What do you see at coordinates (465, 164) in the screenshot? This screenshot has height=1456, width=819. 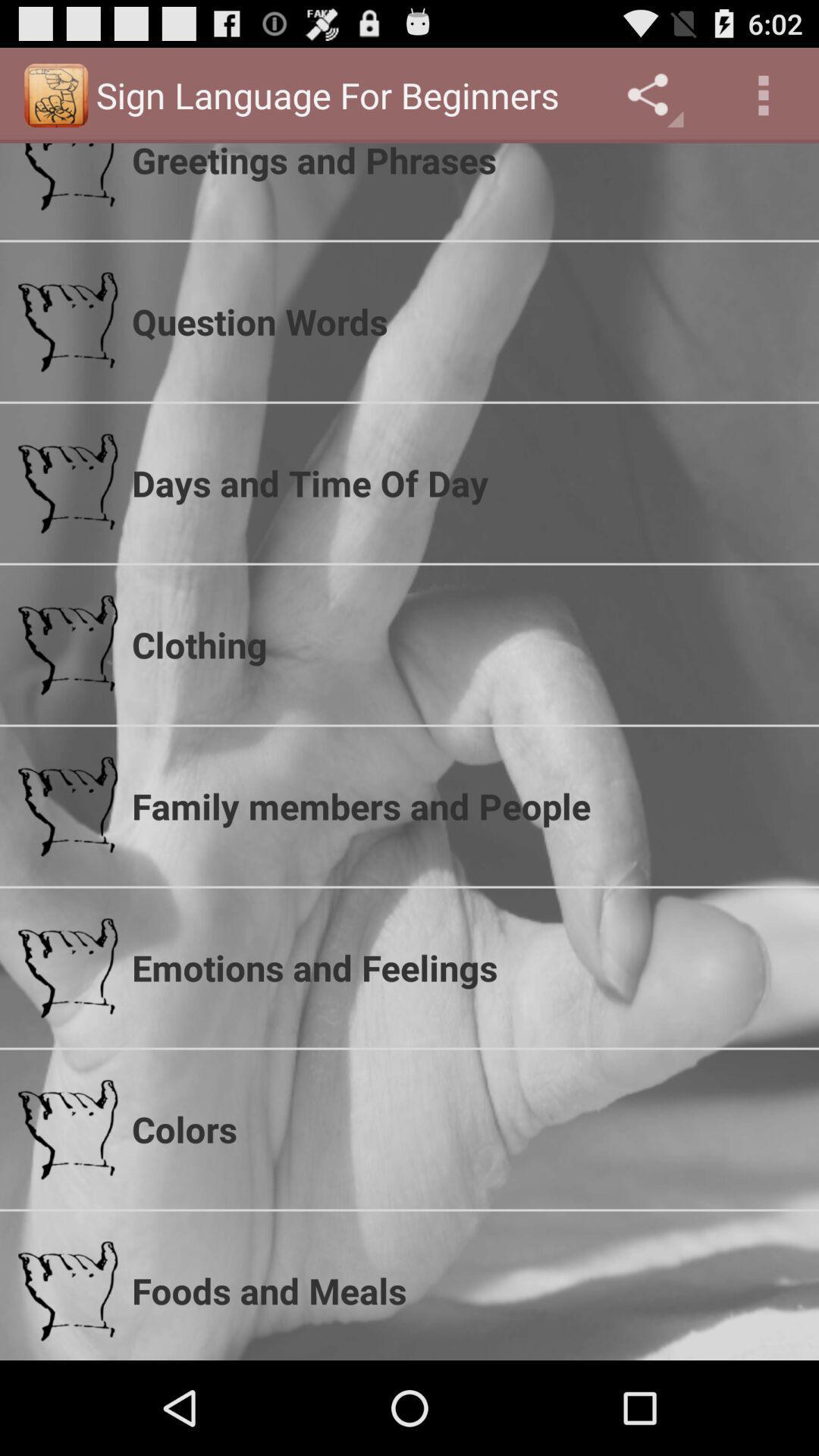 I see `the greetings and phrases item` at bounding box center [465, 164].